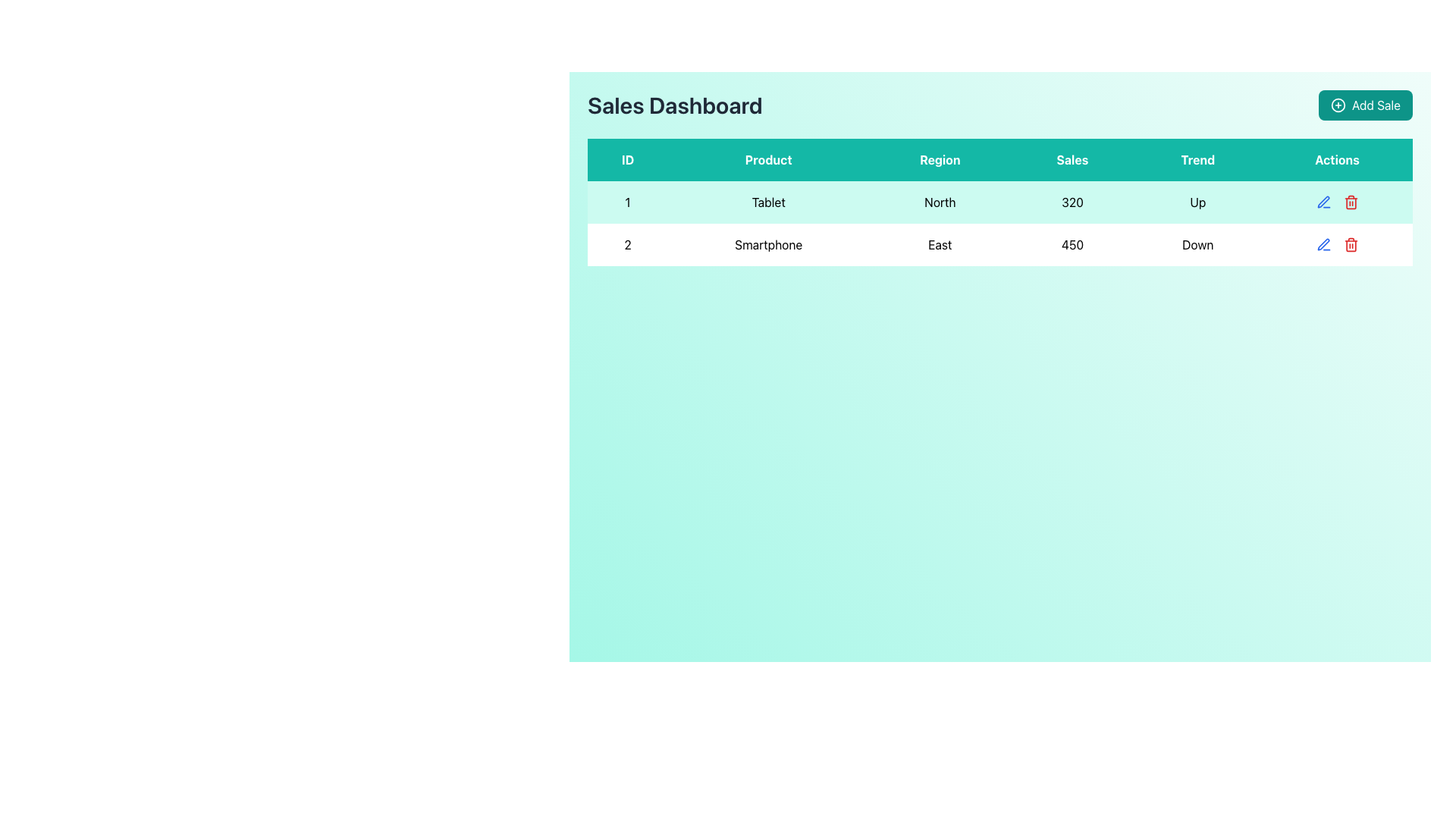  What do you see at coordinates (1365, 104) in the screenshot?
I see `the button that allows users to add a new sale entry to the dashboard` at bounding box center [1365, 104].